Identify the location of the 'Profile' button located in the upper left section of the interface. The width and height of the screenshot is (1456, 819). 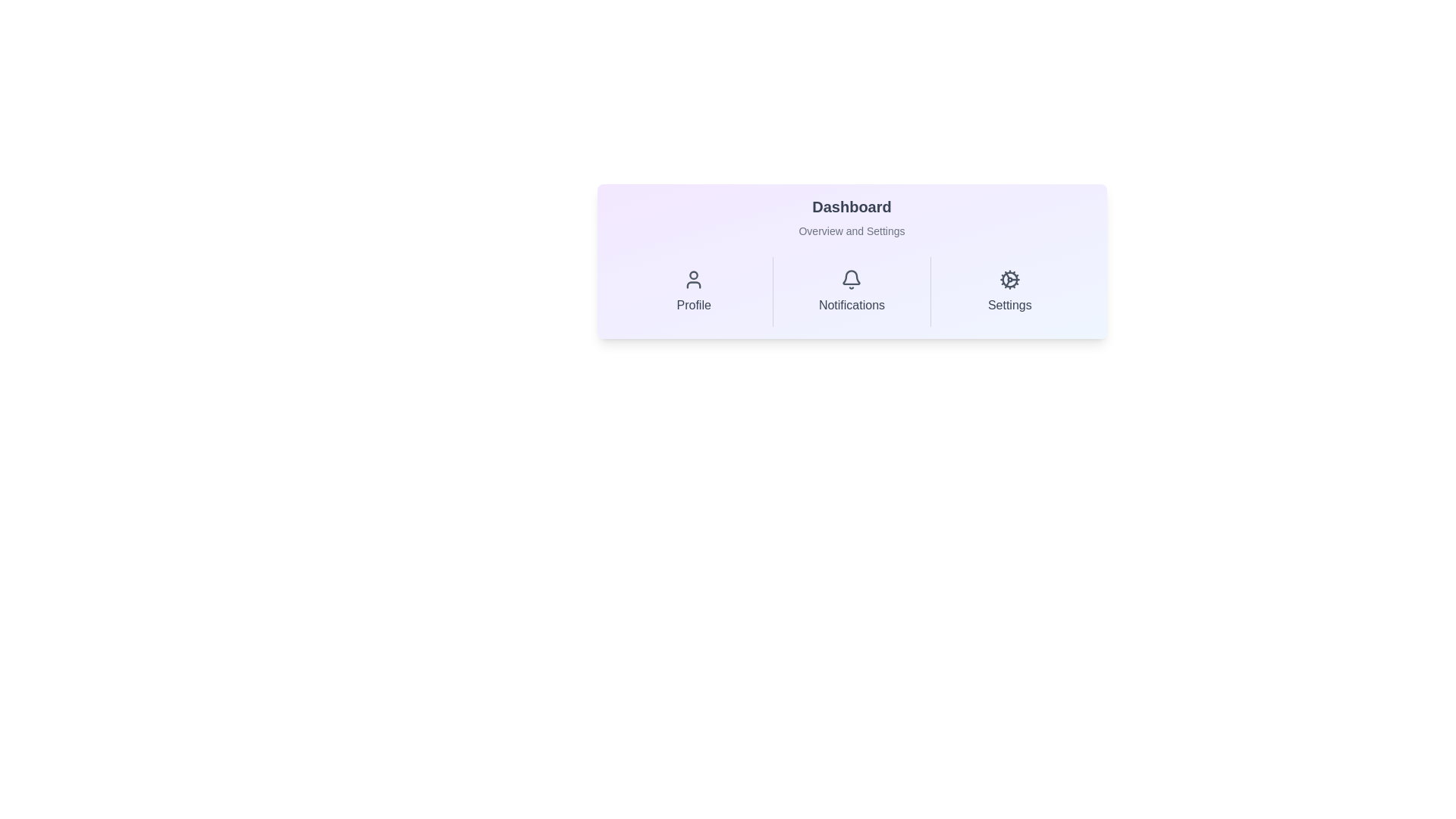
(693, 292).